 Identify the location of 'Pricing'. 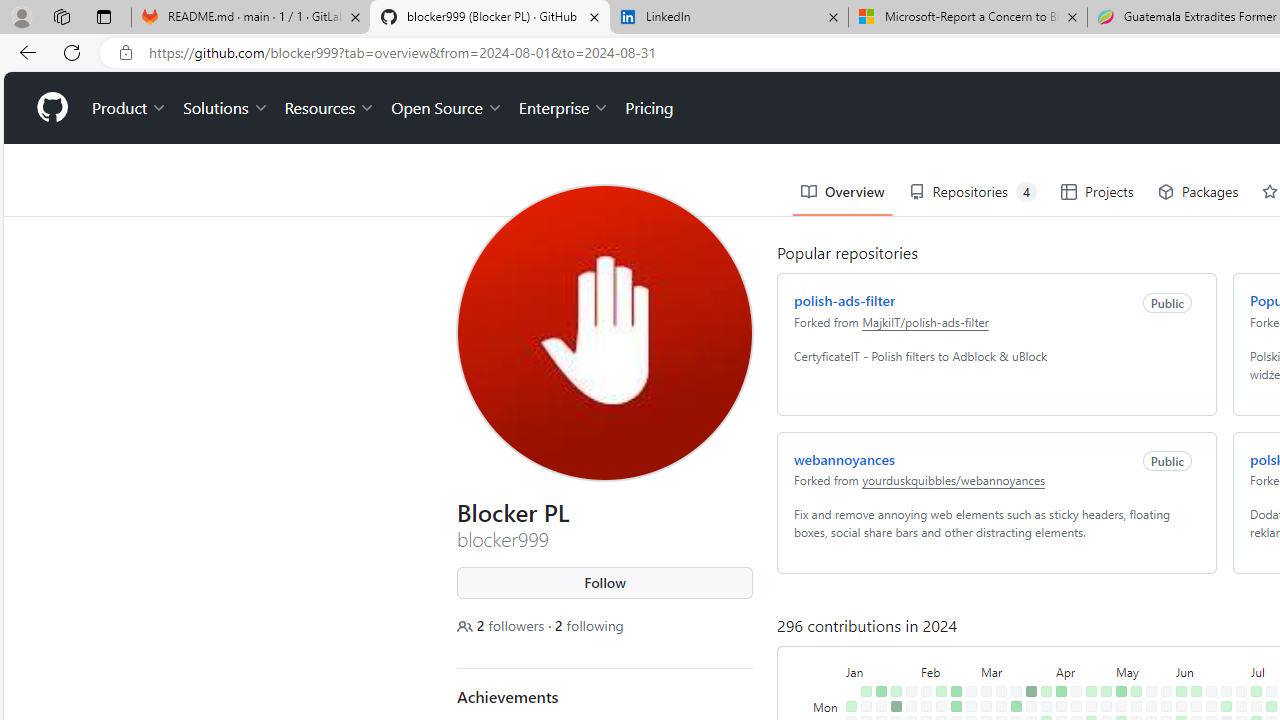
(649, 108).